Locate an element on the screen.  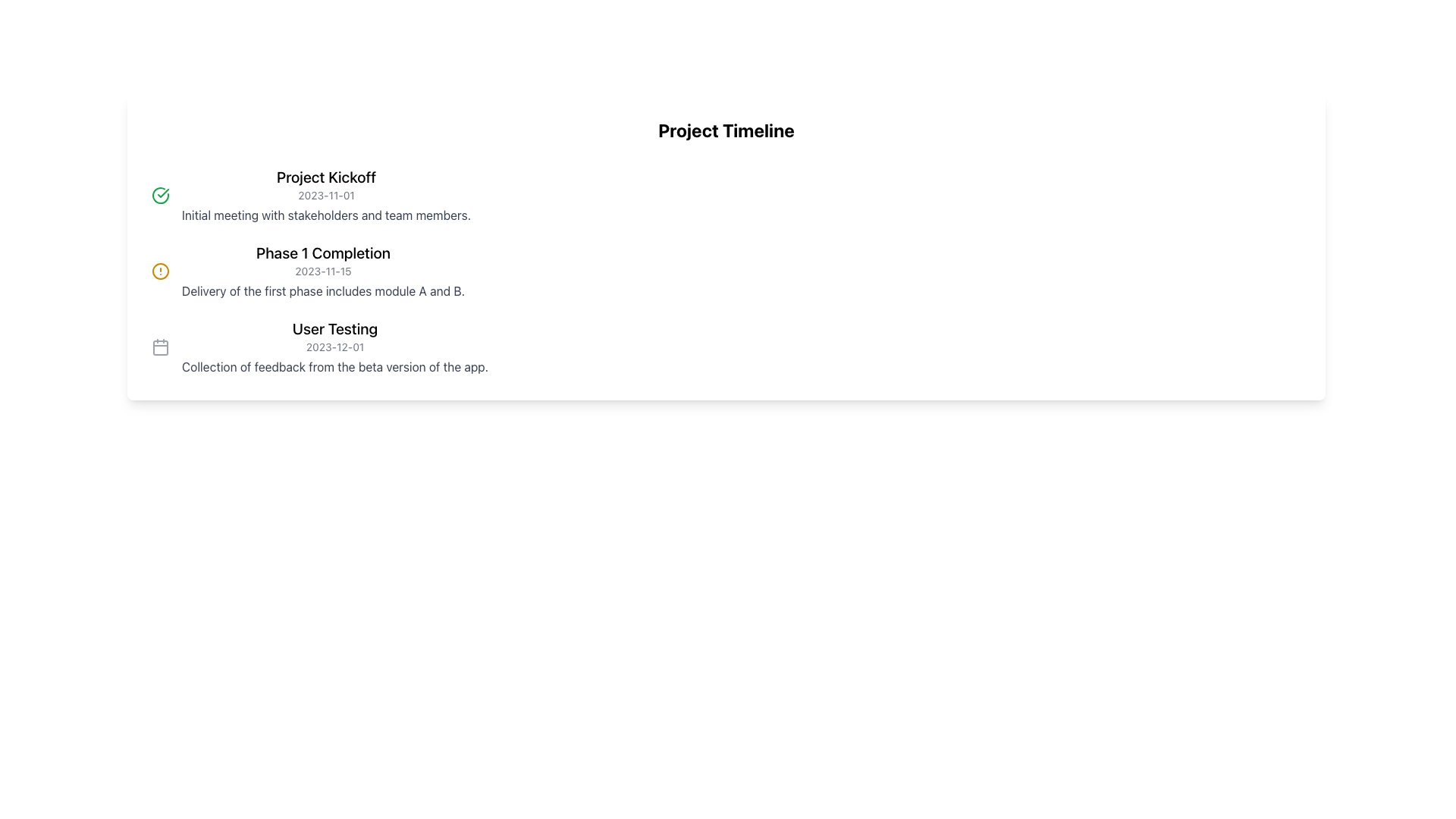
the success icon that symbolizes the completion of the 'Project Kickoff' phase, located to the left of the 'Project Kickoff' title is located at coordinates (160, 195).